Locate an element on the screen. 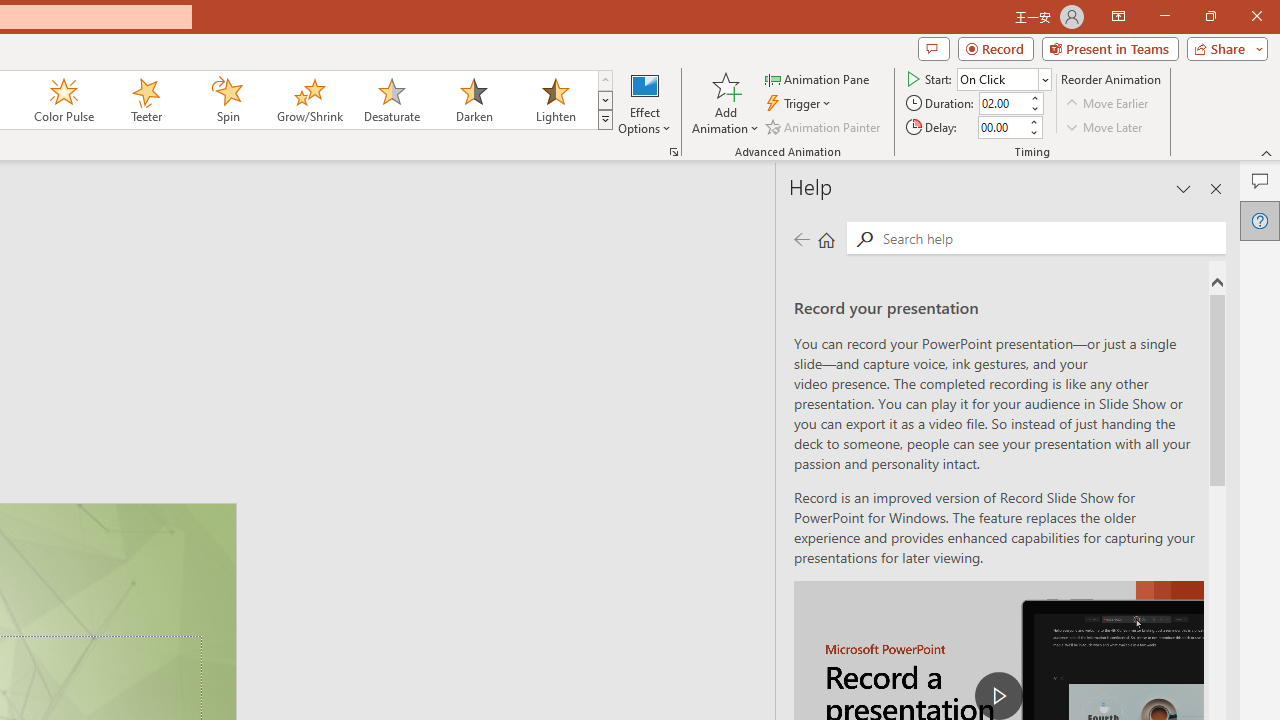 Image resolution: width=1280 pixels, height=720 pixels. 'Color Pulse' is located at coordinates (64, 100).